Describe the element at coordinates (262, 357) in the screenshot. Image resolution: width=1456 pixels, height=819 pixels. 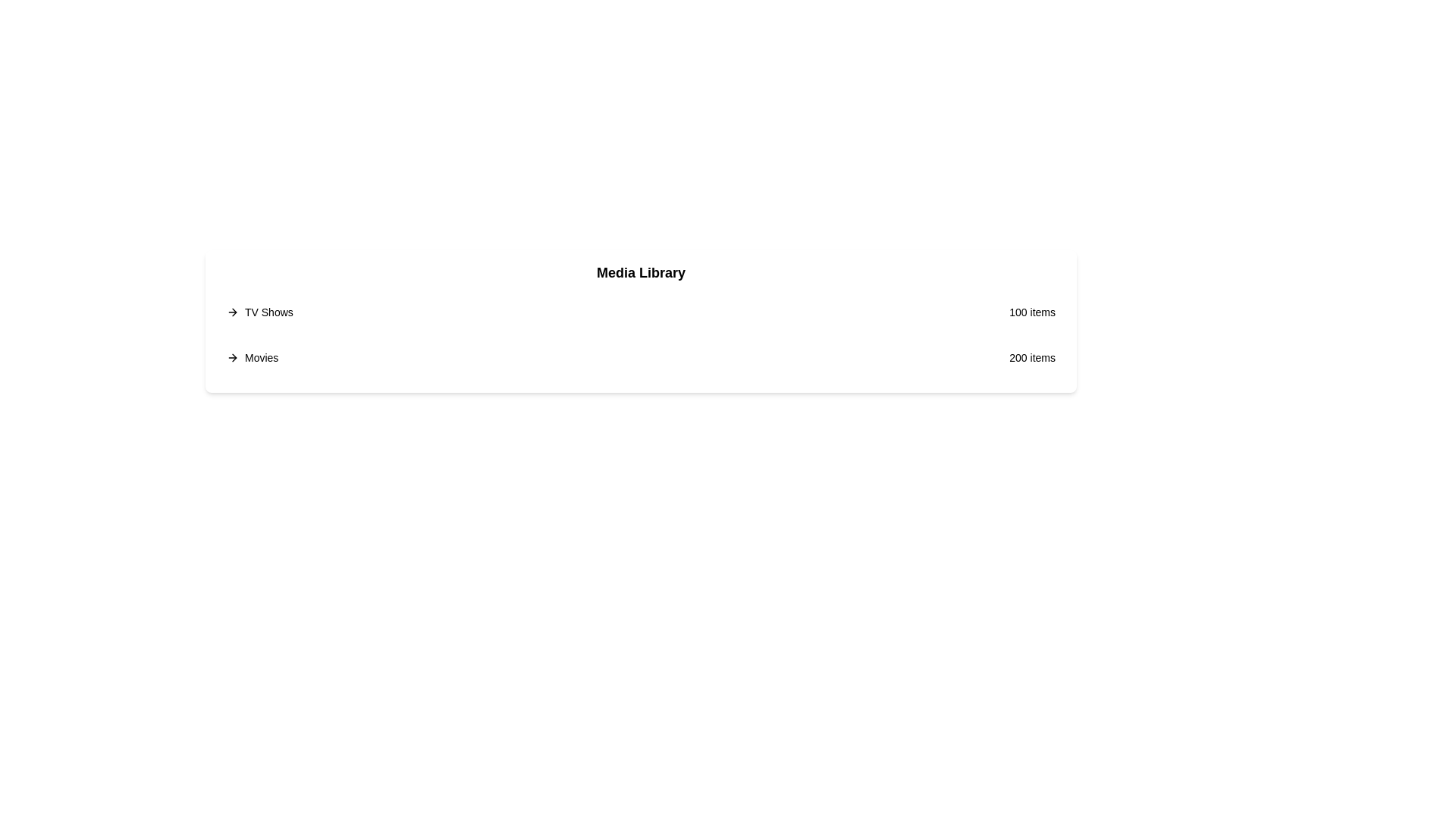
I see `the 'Movies' text label, which is styled in black text on a white background and is the second item in a vertically stacked list` at that location.